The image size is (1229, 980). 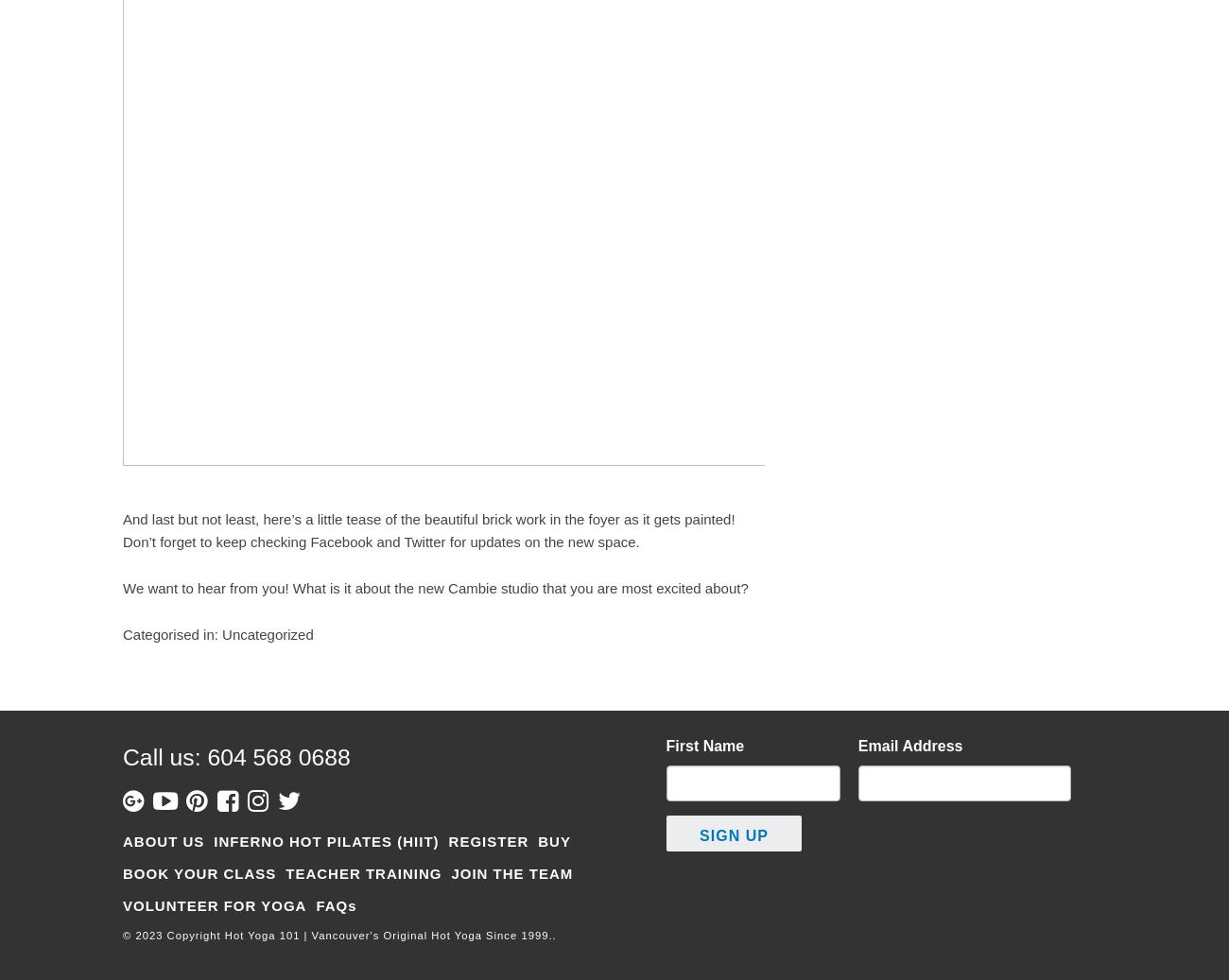 I want to click on 'Facebook', so click(x=308, y=542).